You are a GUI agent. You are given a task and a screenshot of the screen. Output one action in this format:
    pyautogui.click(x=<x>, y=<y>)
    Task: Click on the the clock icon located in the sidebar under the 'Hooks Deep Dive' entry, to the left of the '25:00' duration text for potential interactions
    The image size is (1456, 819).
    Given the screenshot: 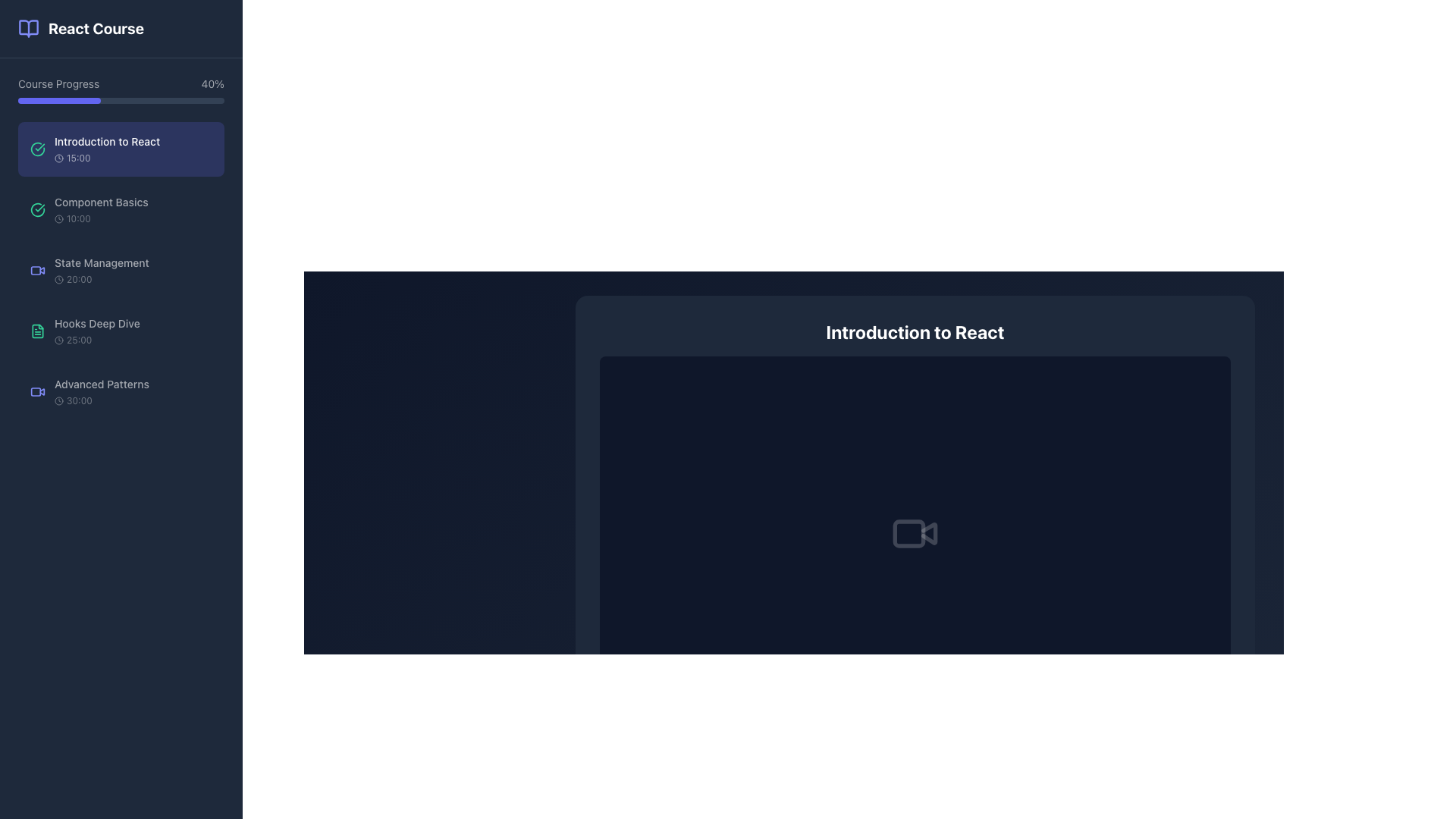 What is the action you would take?
    pyautogui.click(x=58, y=339)
    